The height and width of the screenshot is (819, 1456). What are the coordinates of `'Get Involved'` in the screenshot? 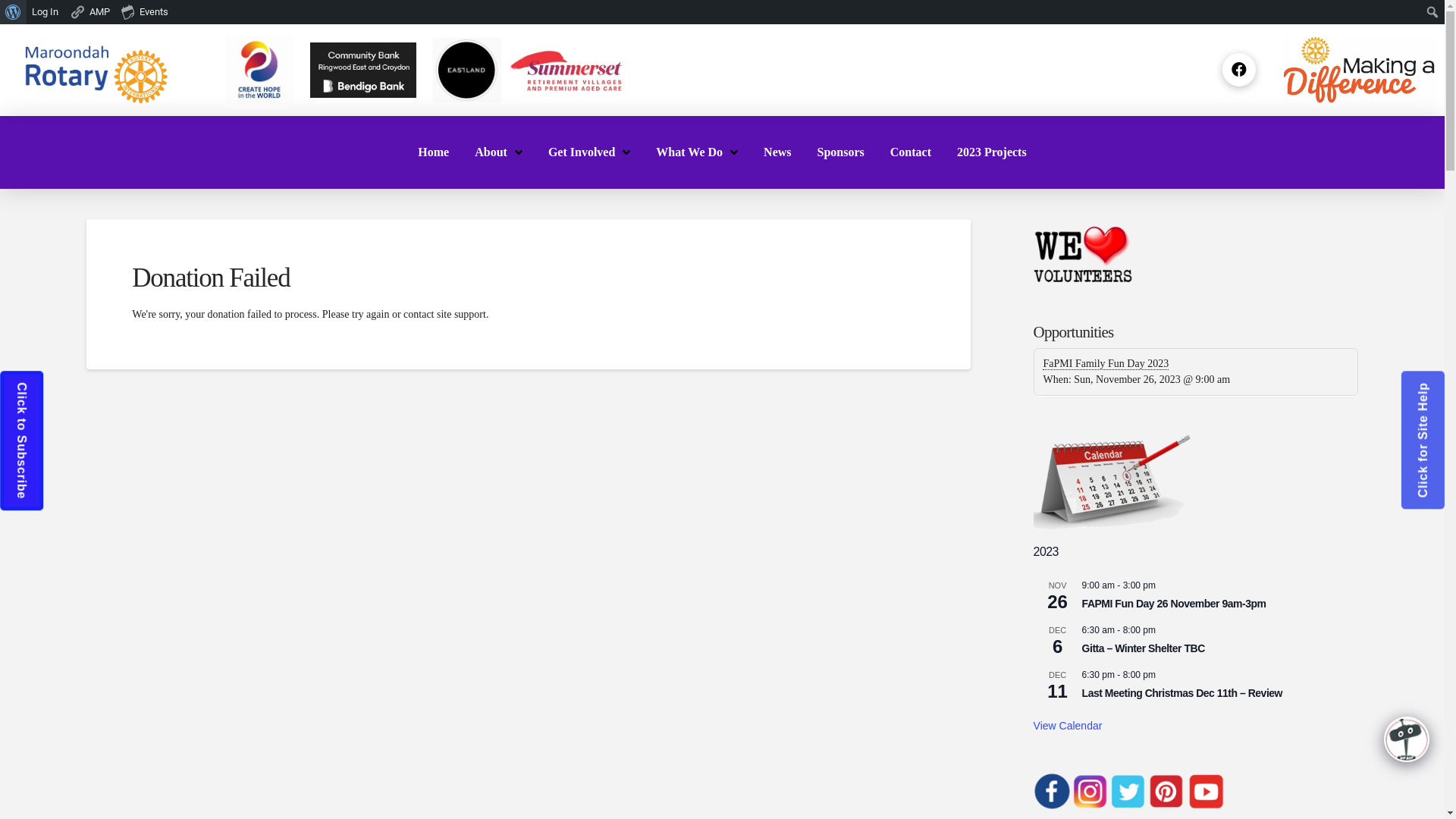 It's located at (535, 152).